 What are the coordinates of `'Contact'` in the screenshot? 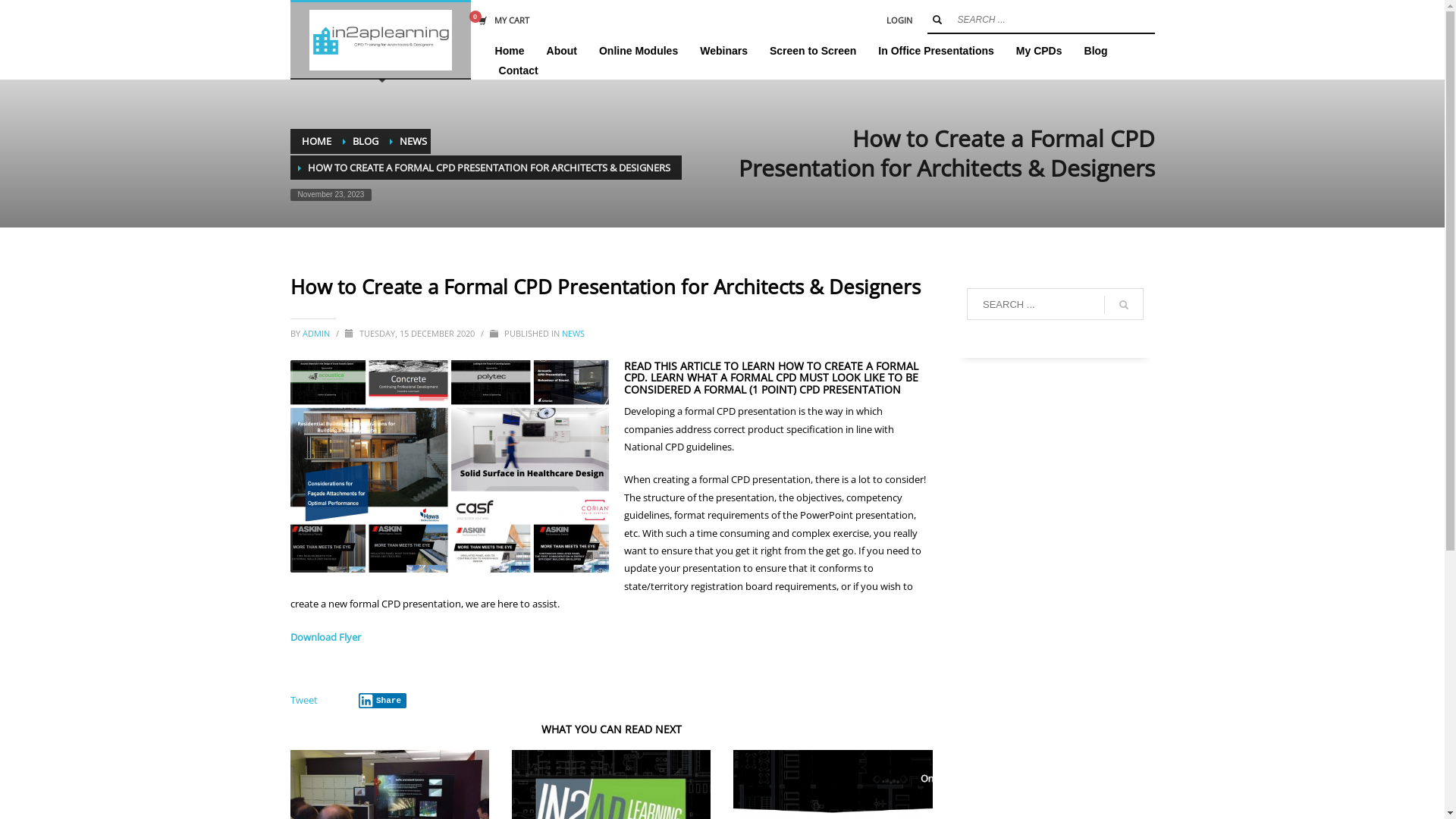 It's located at (519, 70).